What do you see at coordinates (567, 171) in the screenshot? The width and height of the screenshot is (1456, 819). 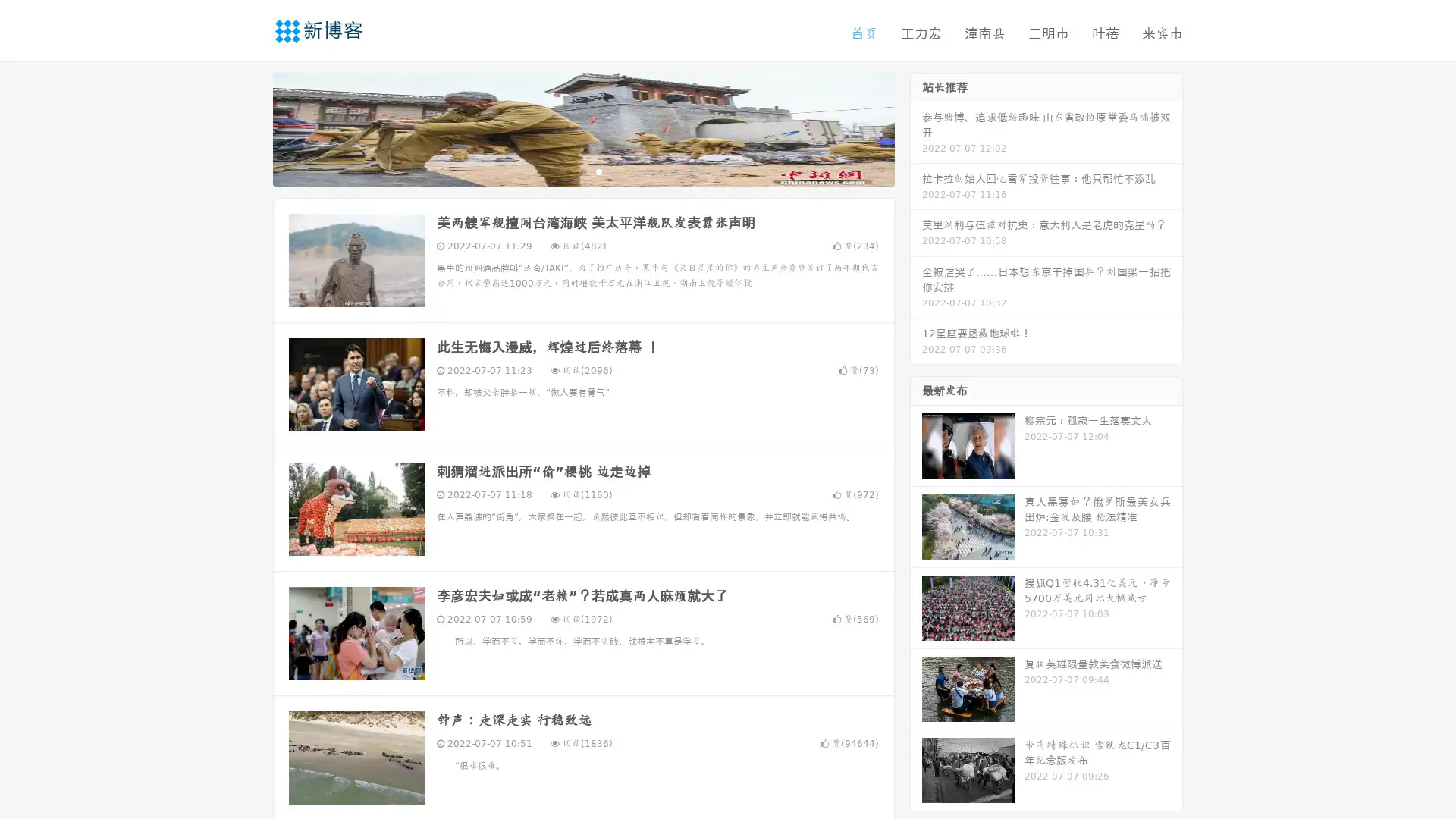 I see `Go to slide 1` at bounding box center [567, 171].